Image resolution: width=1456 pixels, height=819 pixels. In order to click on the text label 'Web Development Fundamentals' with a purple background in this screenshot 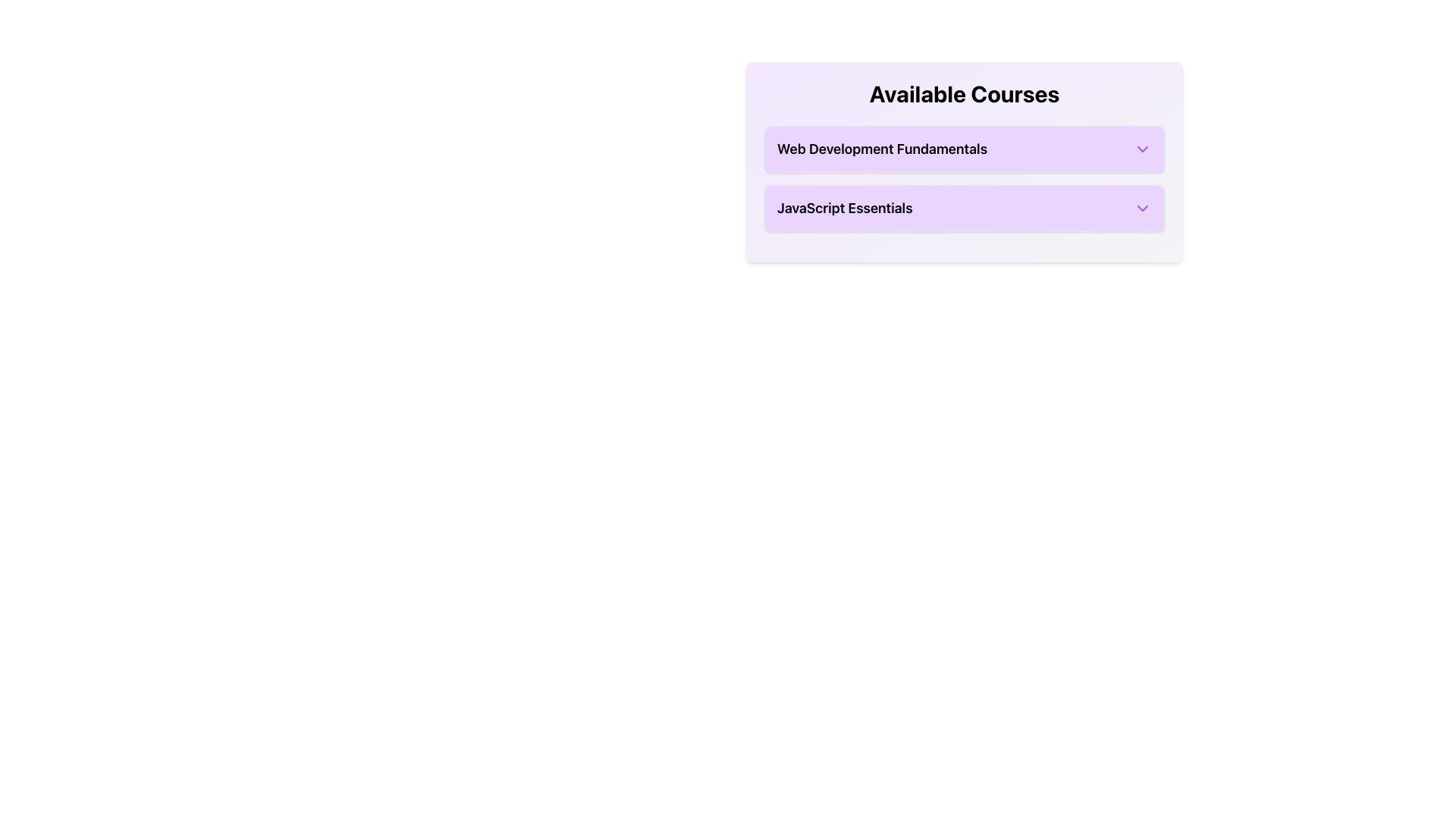, I will do `click(882, 149)`.